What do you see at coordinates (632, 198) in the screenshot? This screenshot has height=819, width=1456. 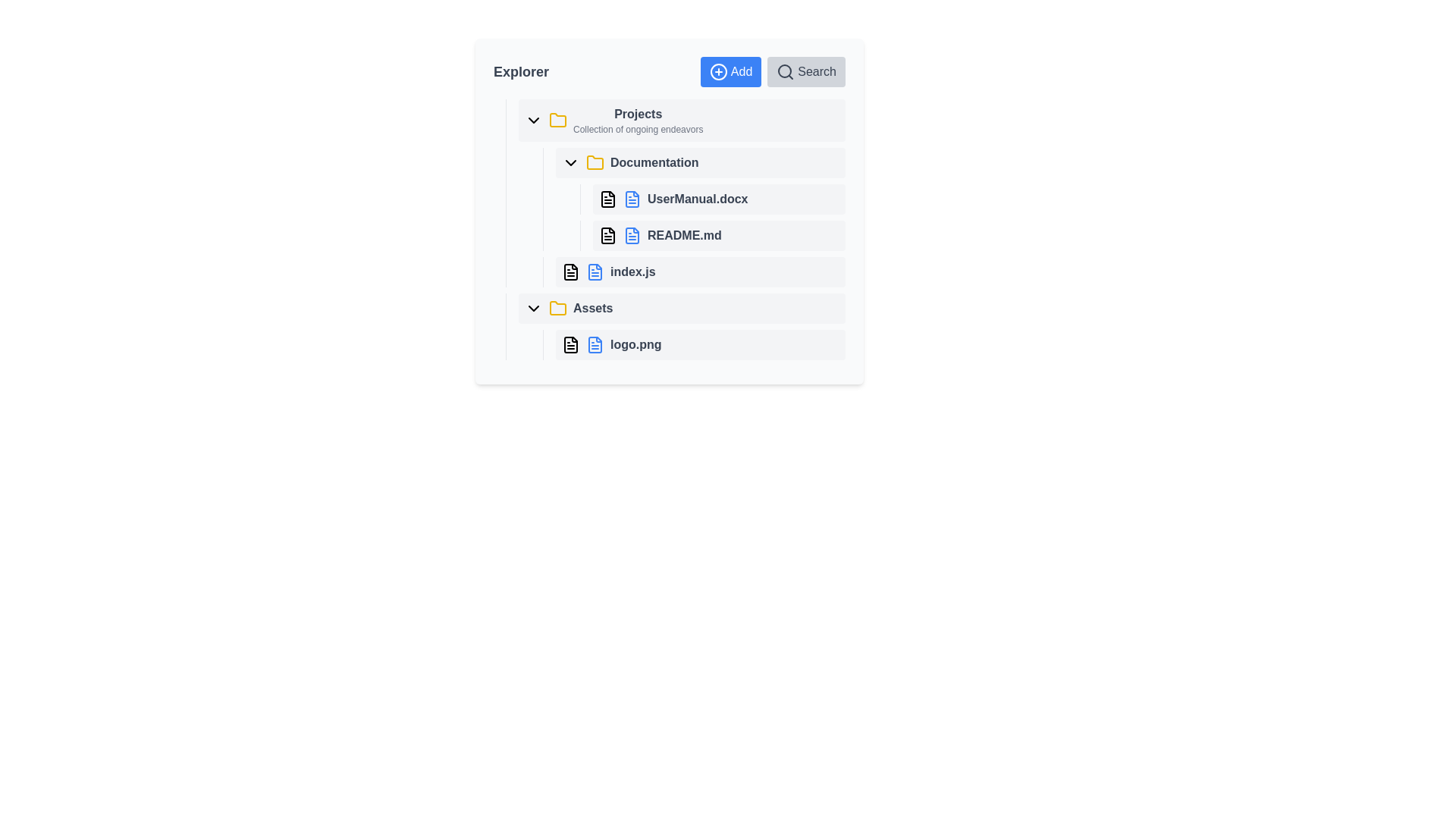 I see `the visual identifier icon for the 'UserManual.docx' file entry located` at bounding box center [632, 198].